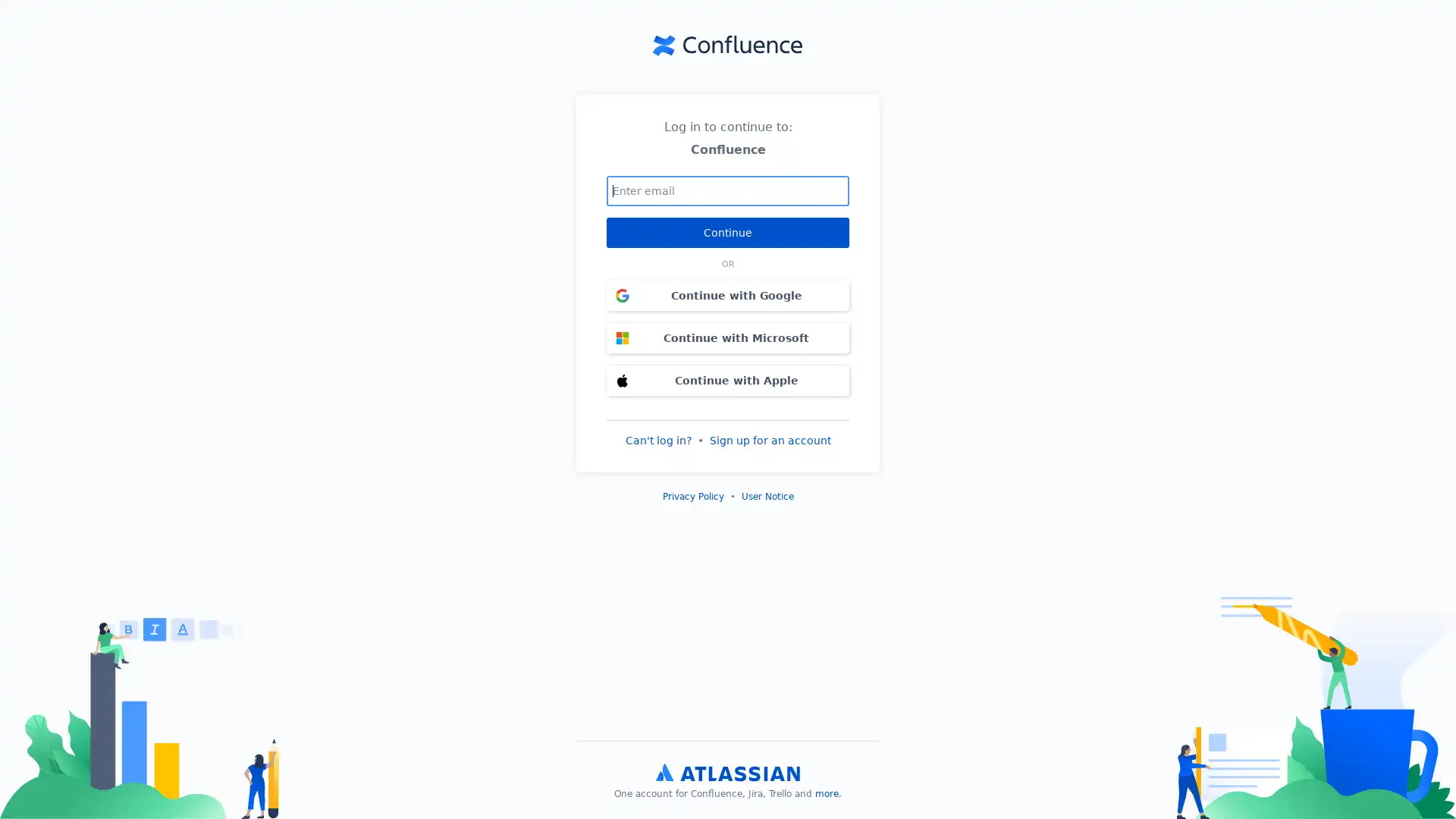 The height and width of the screenshot is (819, 1456). What do you see at coordinates (728, 295) in the screenshot?
I see `Continue with Google` at bounding box center [728, 295].